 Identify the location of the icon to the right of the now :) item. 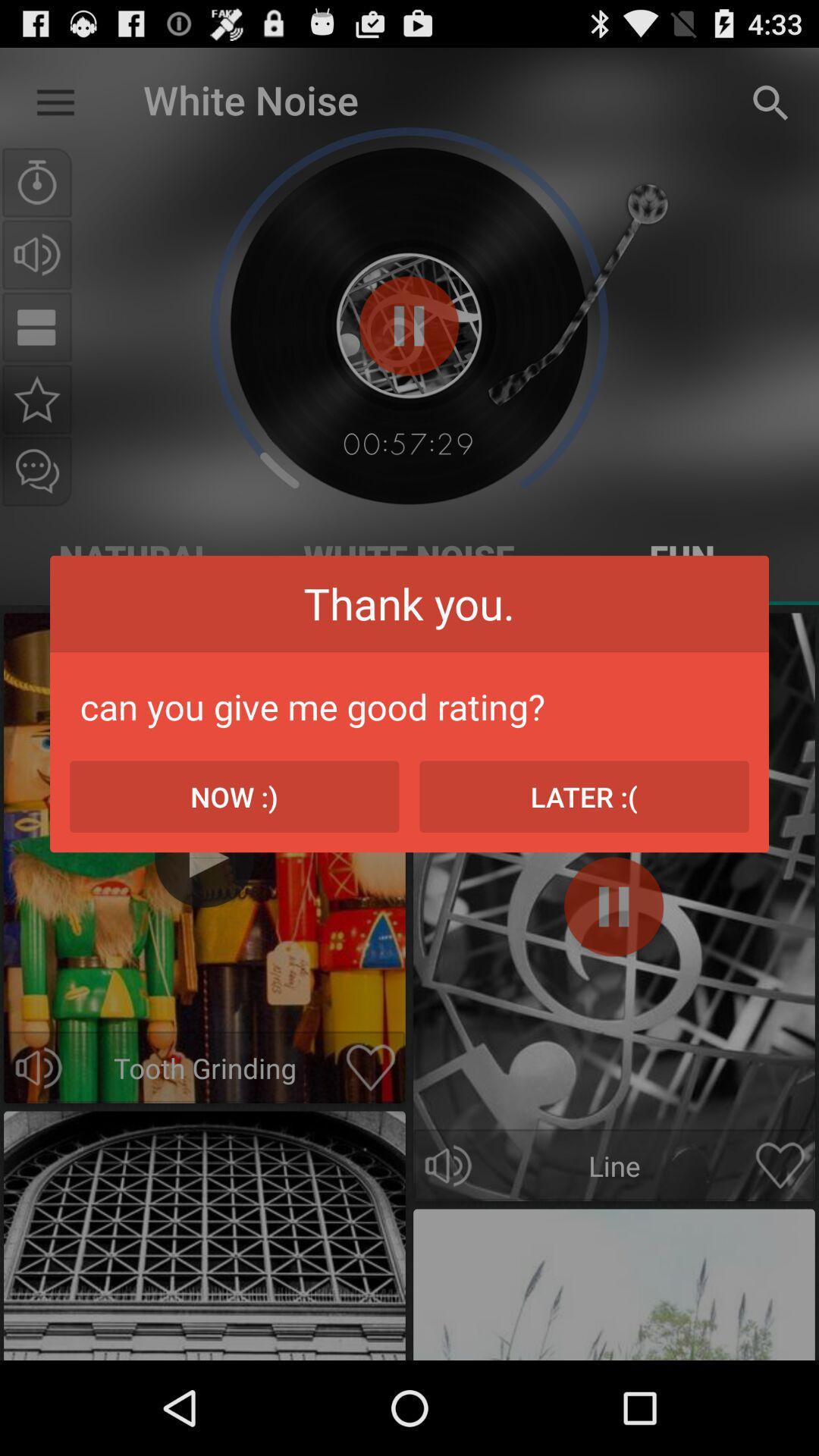
(583, 795).